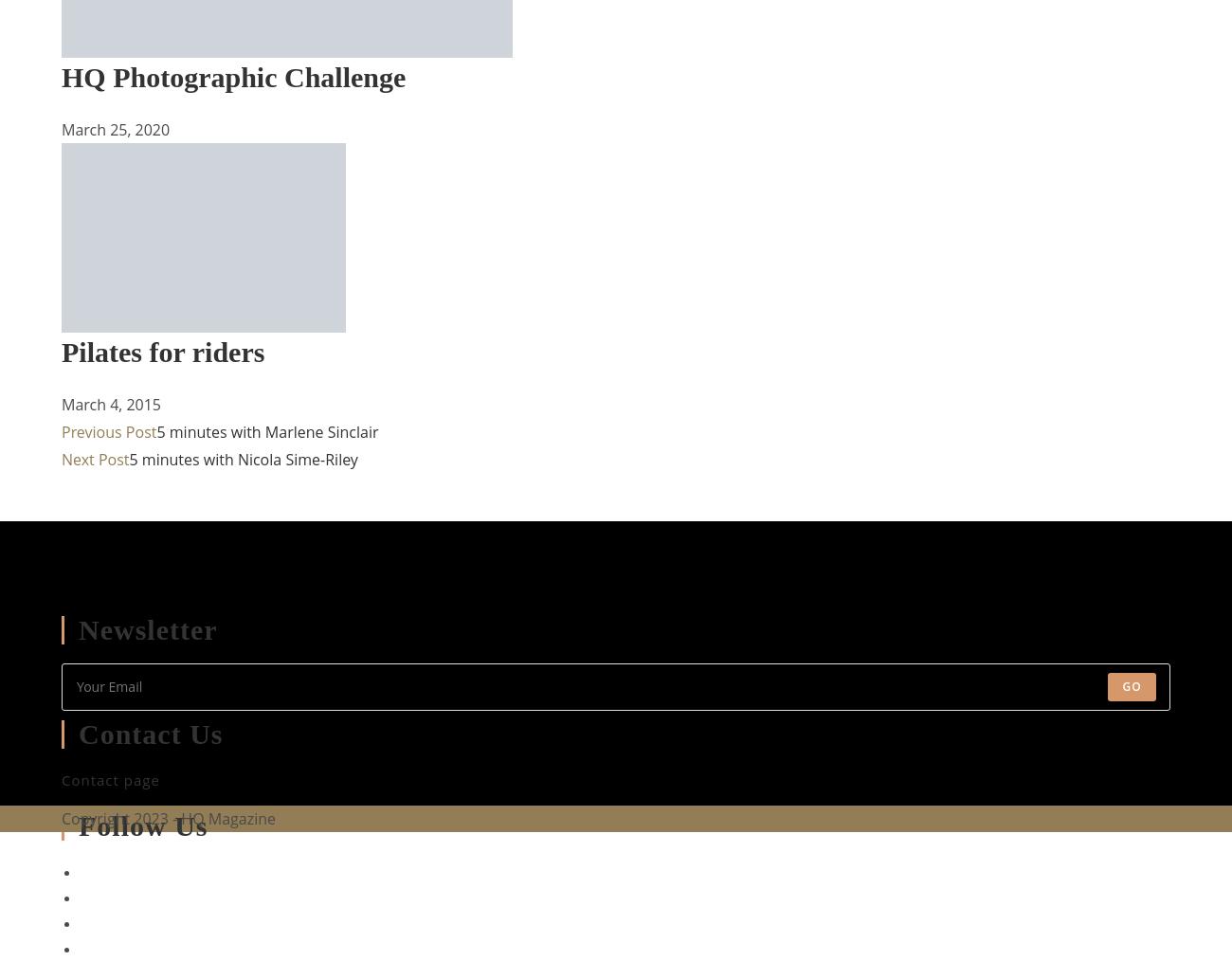 Image resolution: width=1232 pixels, height=961 pixels. Describe the element at coordinates (127, 458) in the screenshot. I see `'5 minutes with Nicola Sime-Riley'` at that location.